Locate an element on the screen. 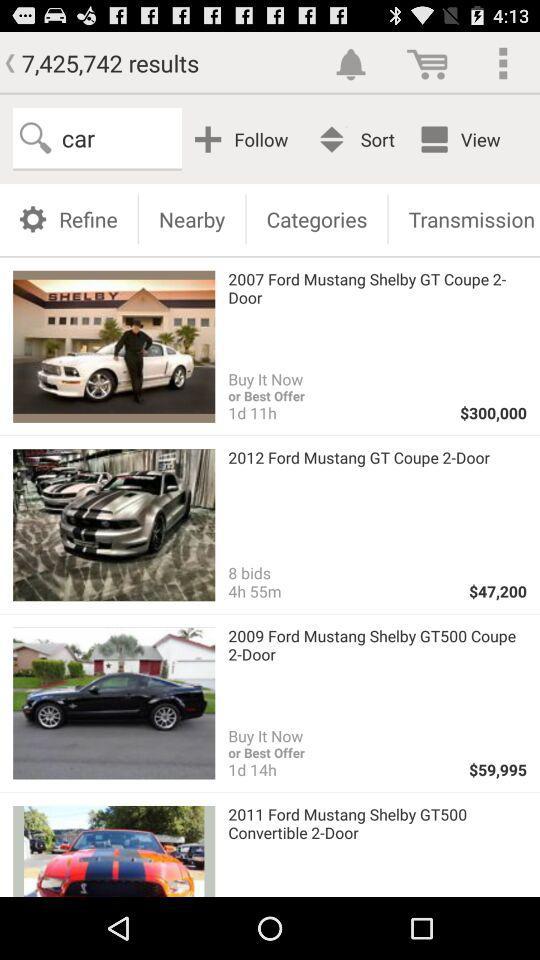  the last image is located at coordinates (113, 850).